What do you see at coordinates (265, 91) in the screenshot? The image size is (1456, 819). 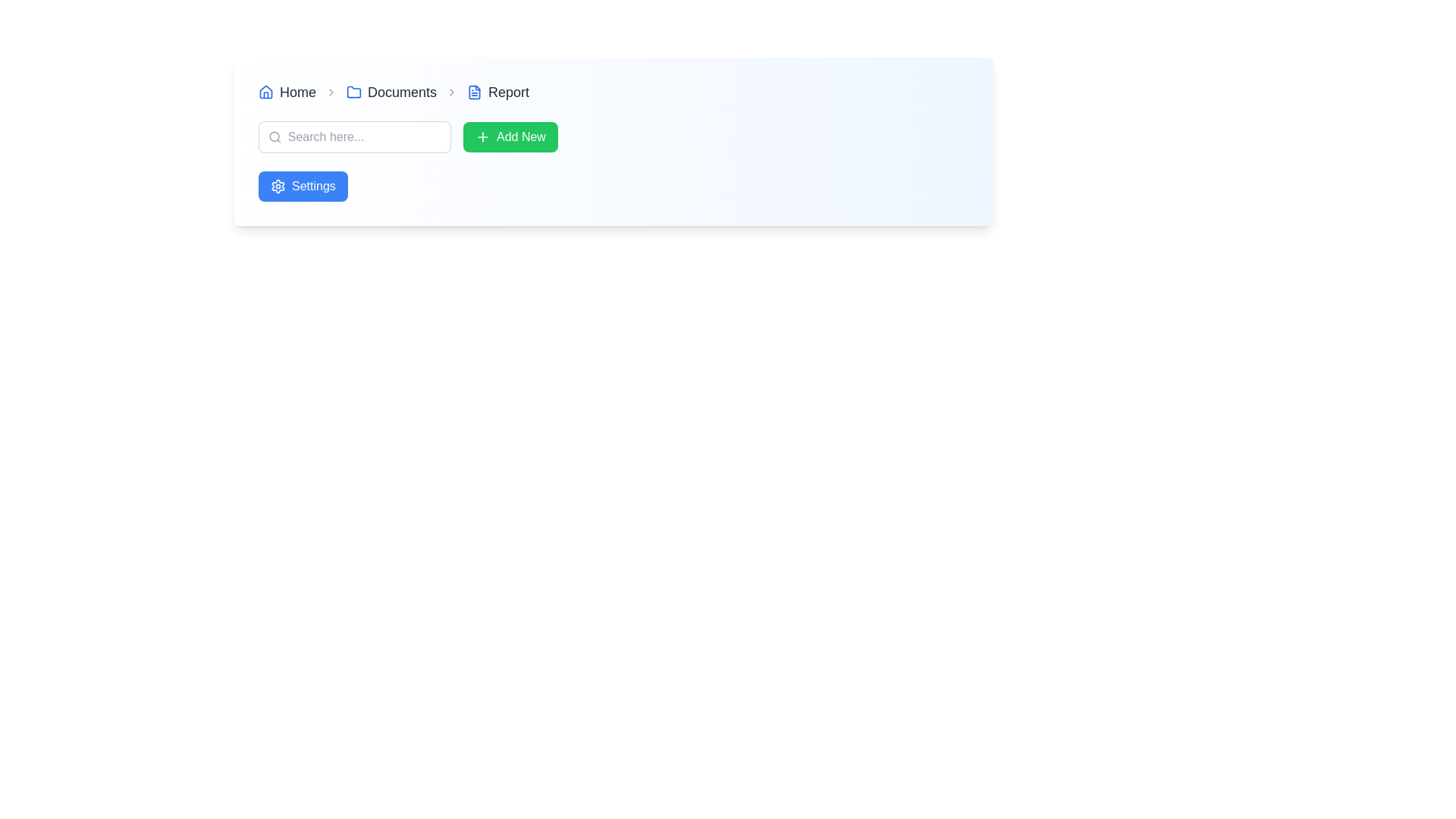 I see `the house icon in the breadcrumb navigation bar` at bounding box center [265, 91].